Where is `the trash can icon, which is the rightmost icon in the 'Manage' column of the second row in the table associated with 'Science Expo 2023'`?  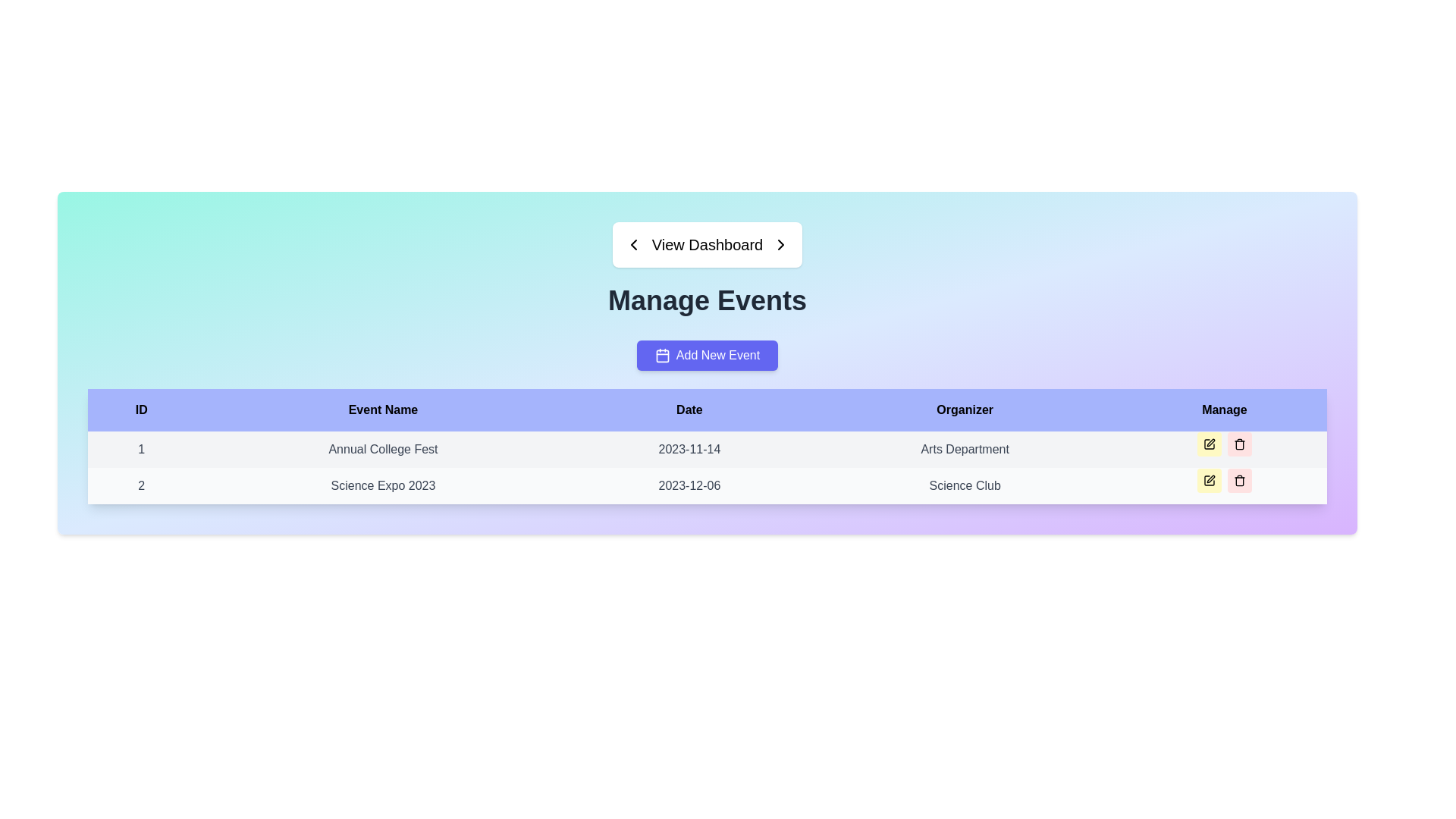
the trash can icon, which is the rightmost icon in the 'Manage' column of the second row in the table associated with 'Science Expo 2023' is located at coordinates (1239, 480).